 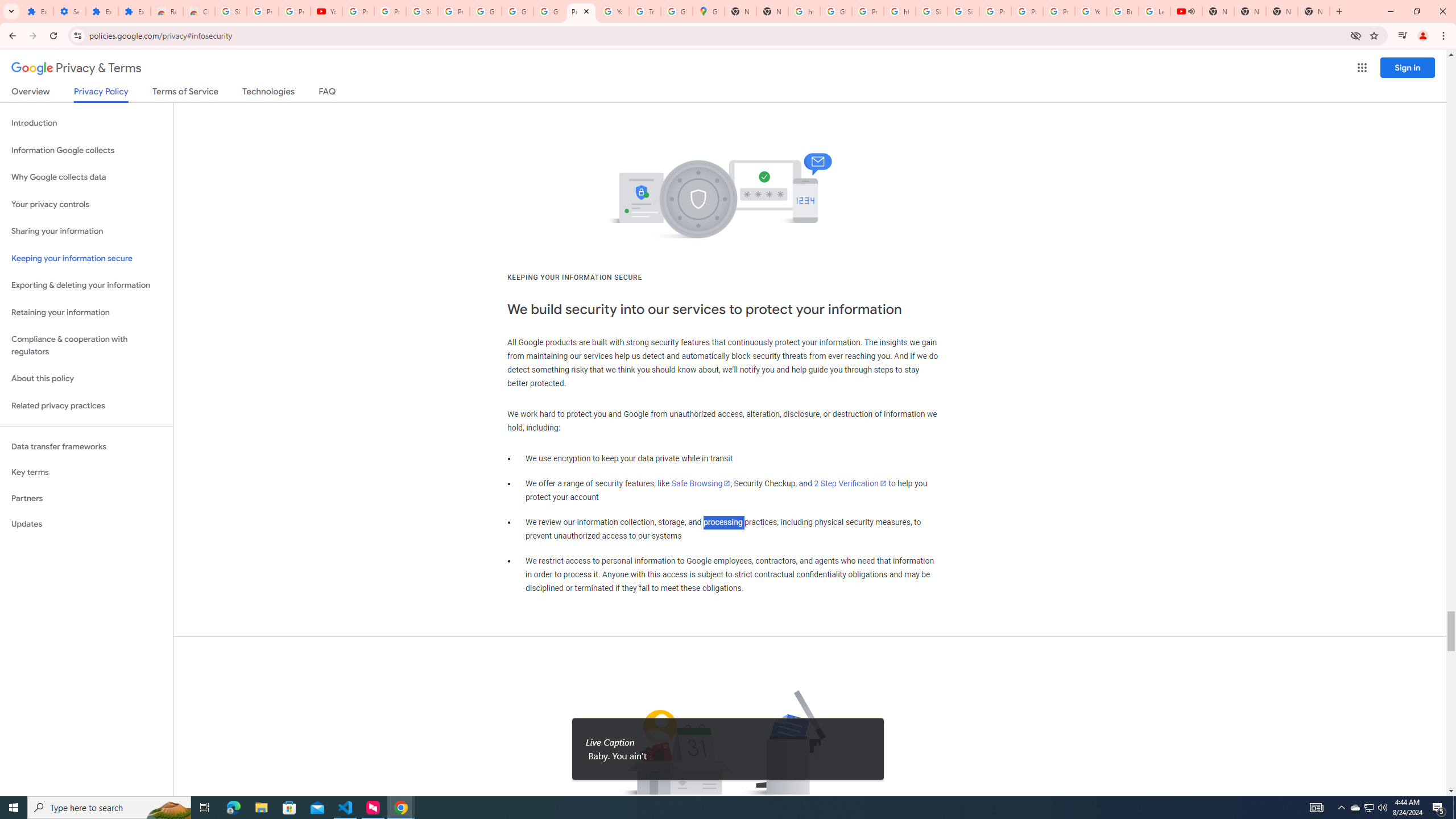 What do you see at coordinates (86, 312) in the screenshot?
I see `'Retaining your information'` at bounding box center [86, 312].